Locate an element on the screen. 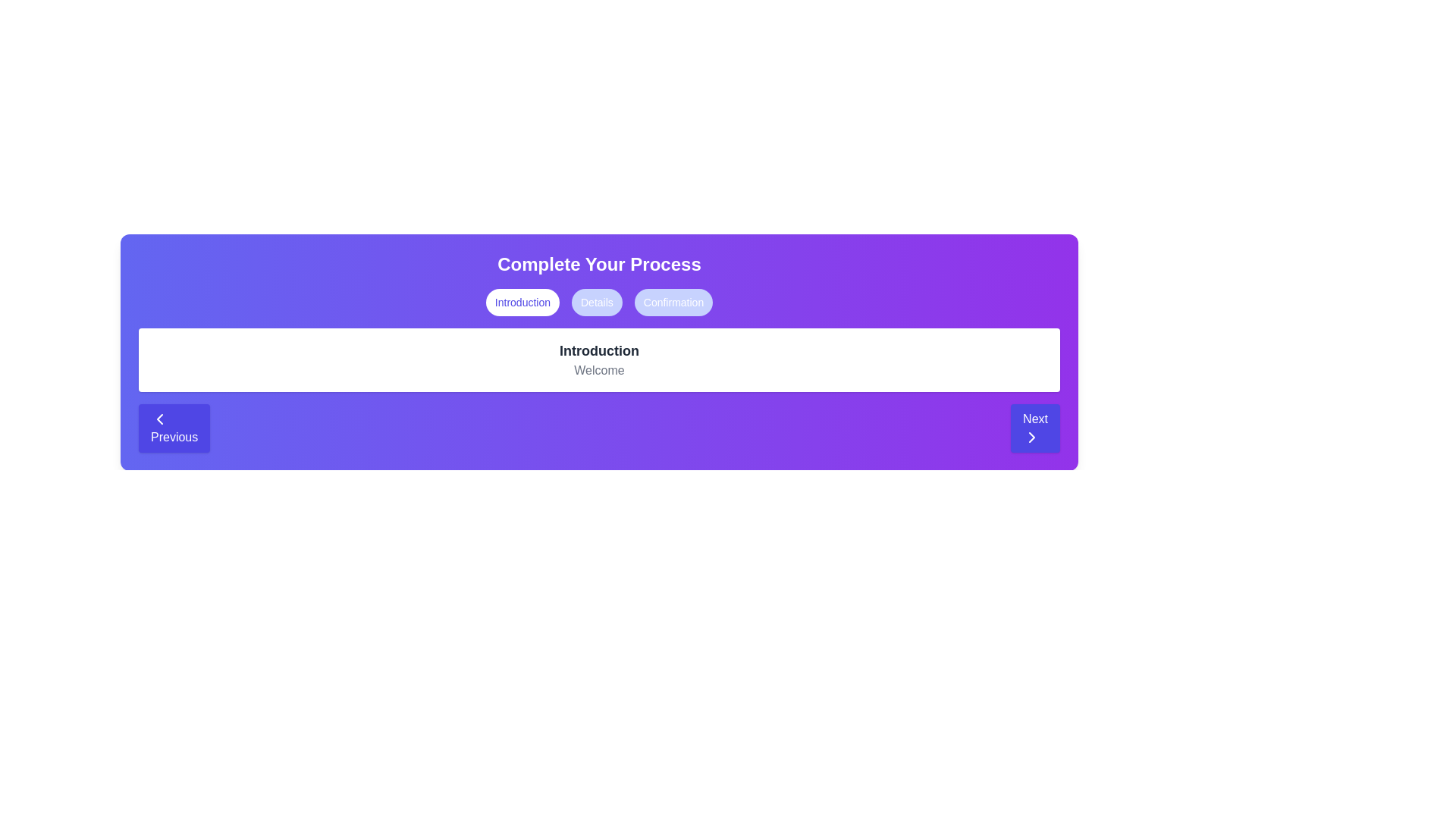 The height and width of the screenshot is (819, 1456). the small left-arrow icon, which is part of the 'Previous' button located in the bottom-left corner of the interface is located at coordinates (160, 419).